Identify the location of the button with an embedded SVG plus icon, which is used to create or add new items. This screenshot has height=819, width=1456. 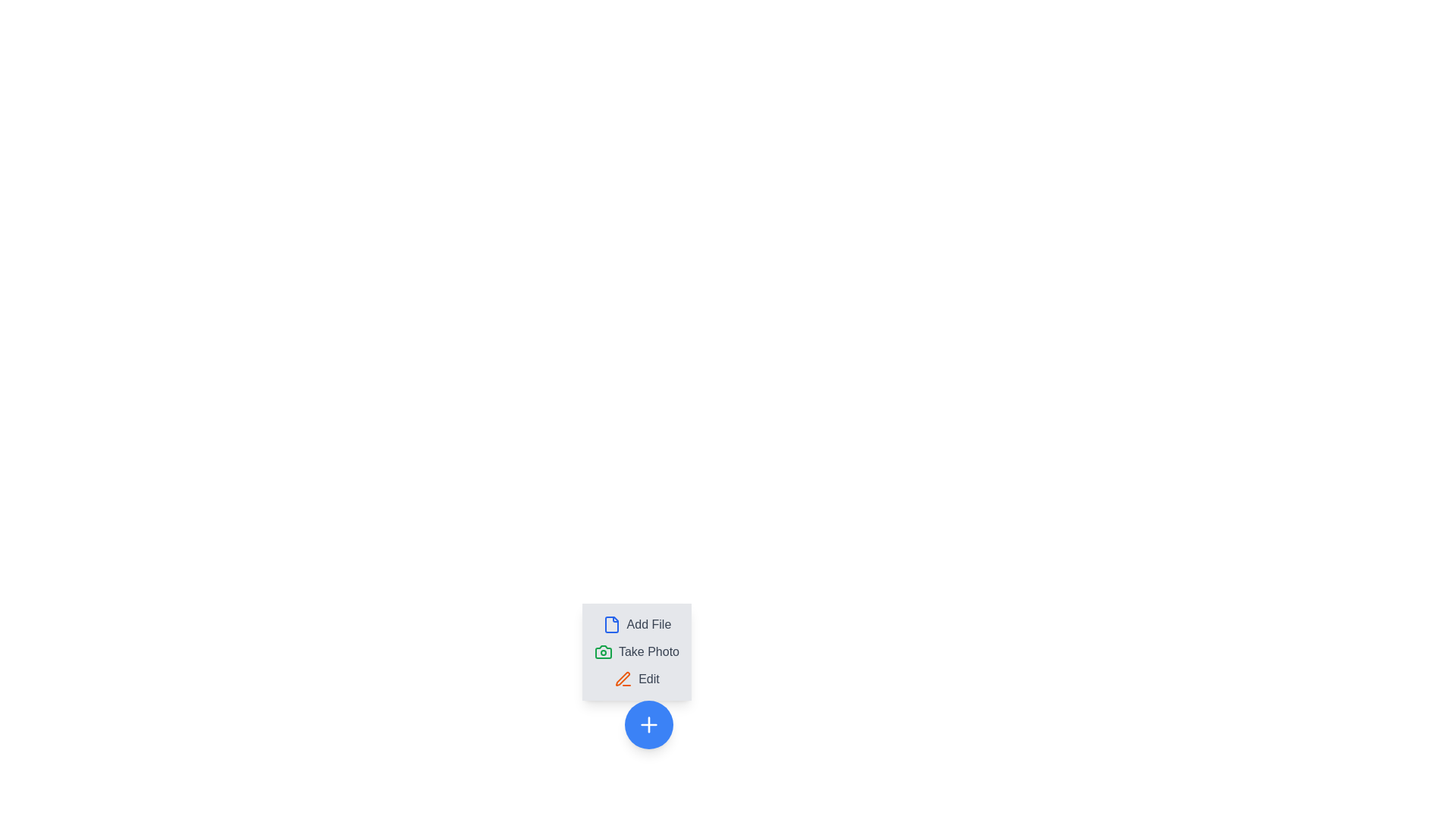
(648, 724).